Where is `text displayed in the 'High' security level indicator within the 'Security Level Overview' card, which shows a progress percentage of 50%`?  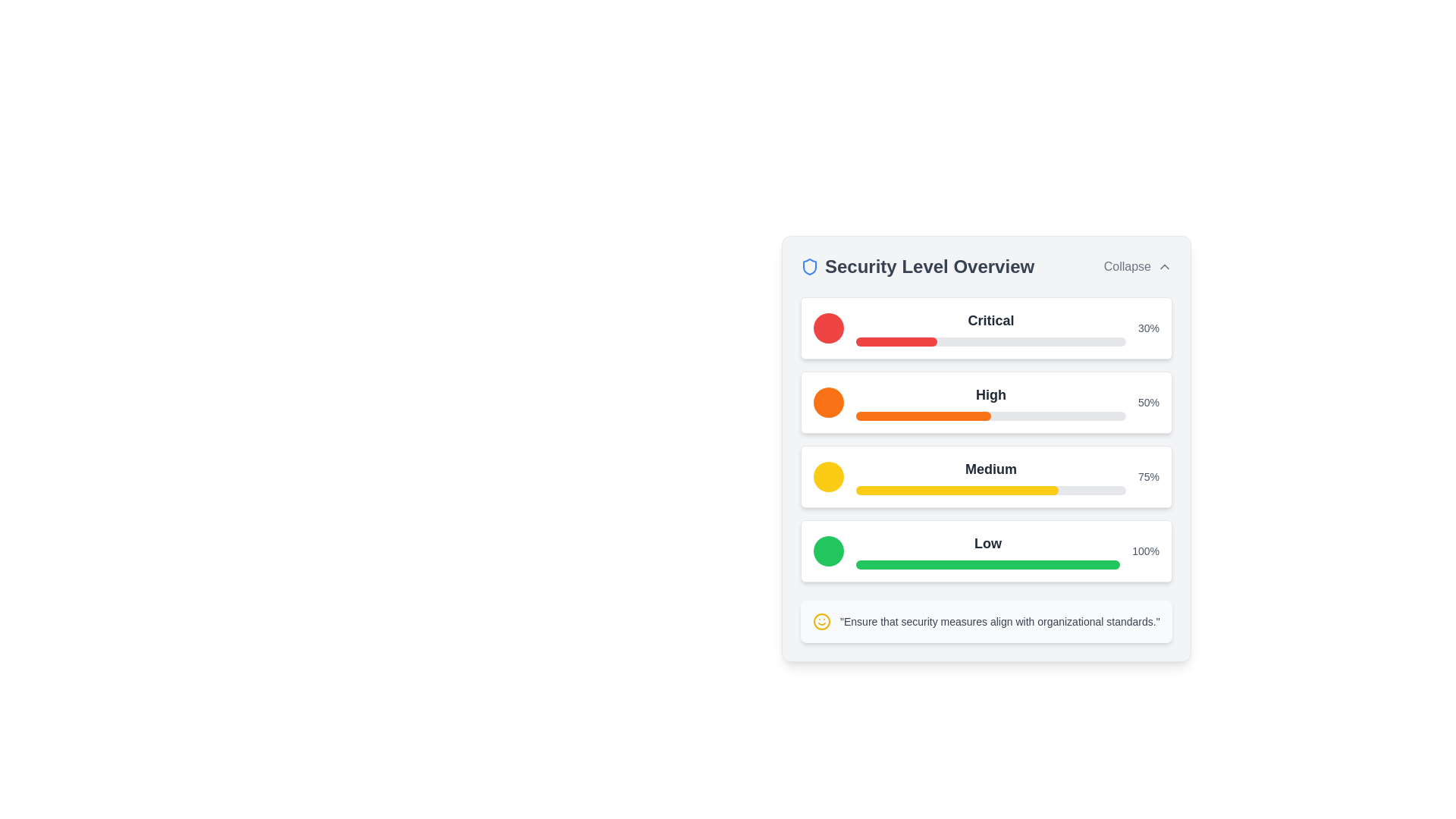
text displayed in the 'High' security level indicator within the 'Security Level Overview' card, which shows a progress percentage of 50% is located at coordinates (990, 402).